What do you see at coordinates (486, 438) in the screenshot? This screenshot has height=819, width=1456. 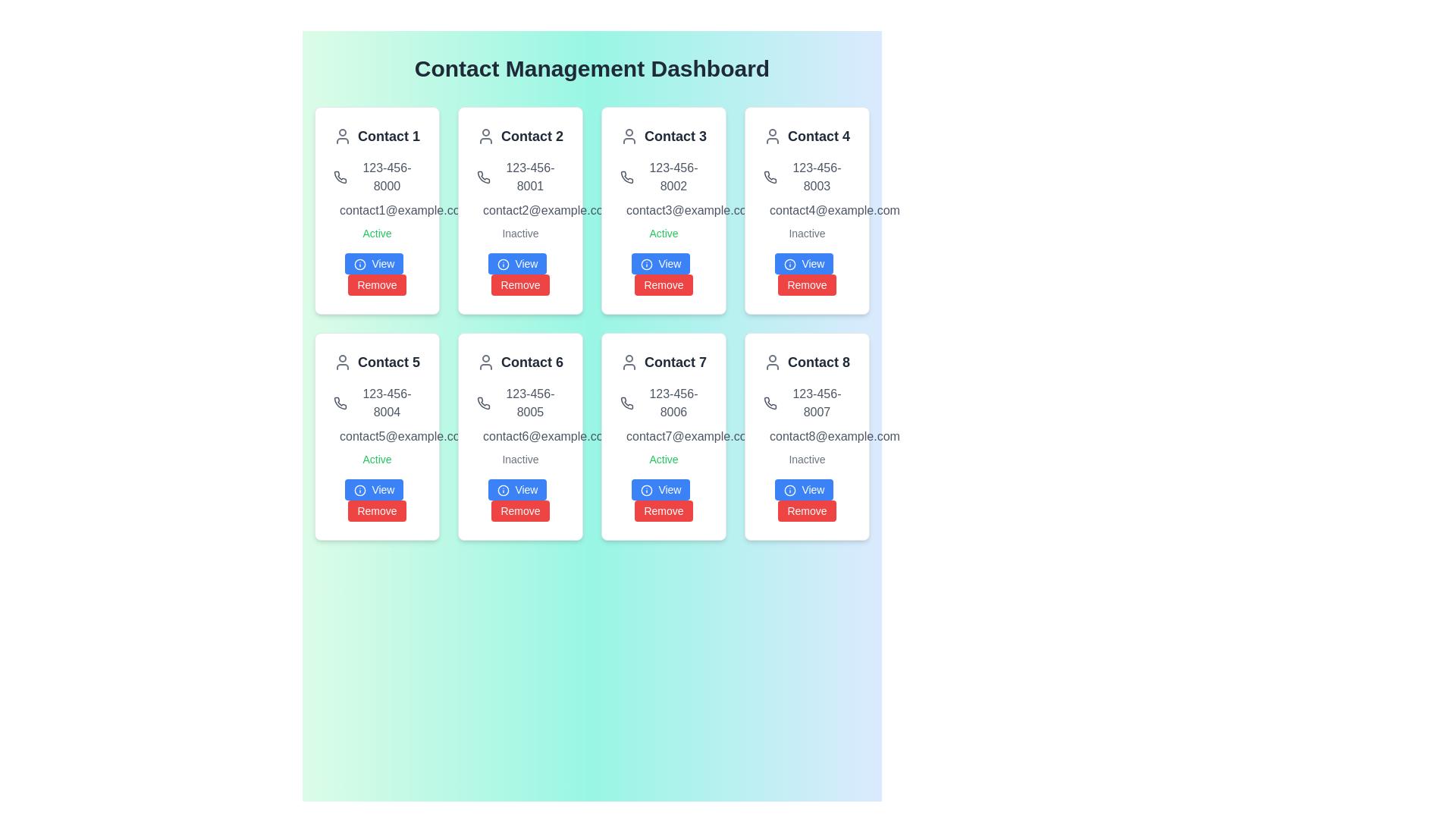 I see `the mail or message envelope icon located in the 'Contact 6' card, positioned in the second row, second column of the contact grid` at bounding box center [486, 438].